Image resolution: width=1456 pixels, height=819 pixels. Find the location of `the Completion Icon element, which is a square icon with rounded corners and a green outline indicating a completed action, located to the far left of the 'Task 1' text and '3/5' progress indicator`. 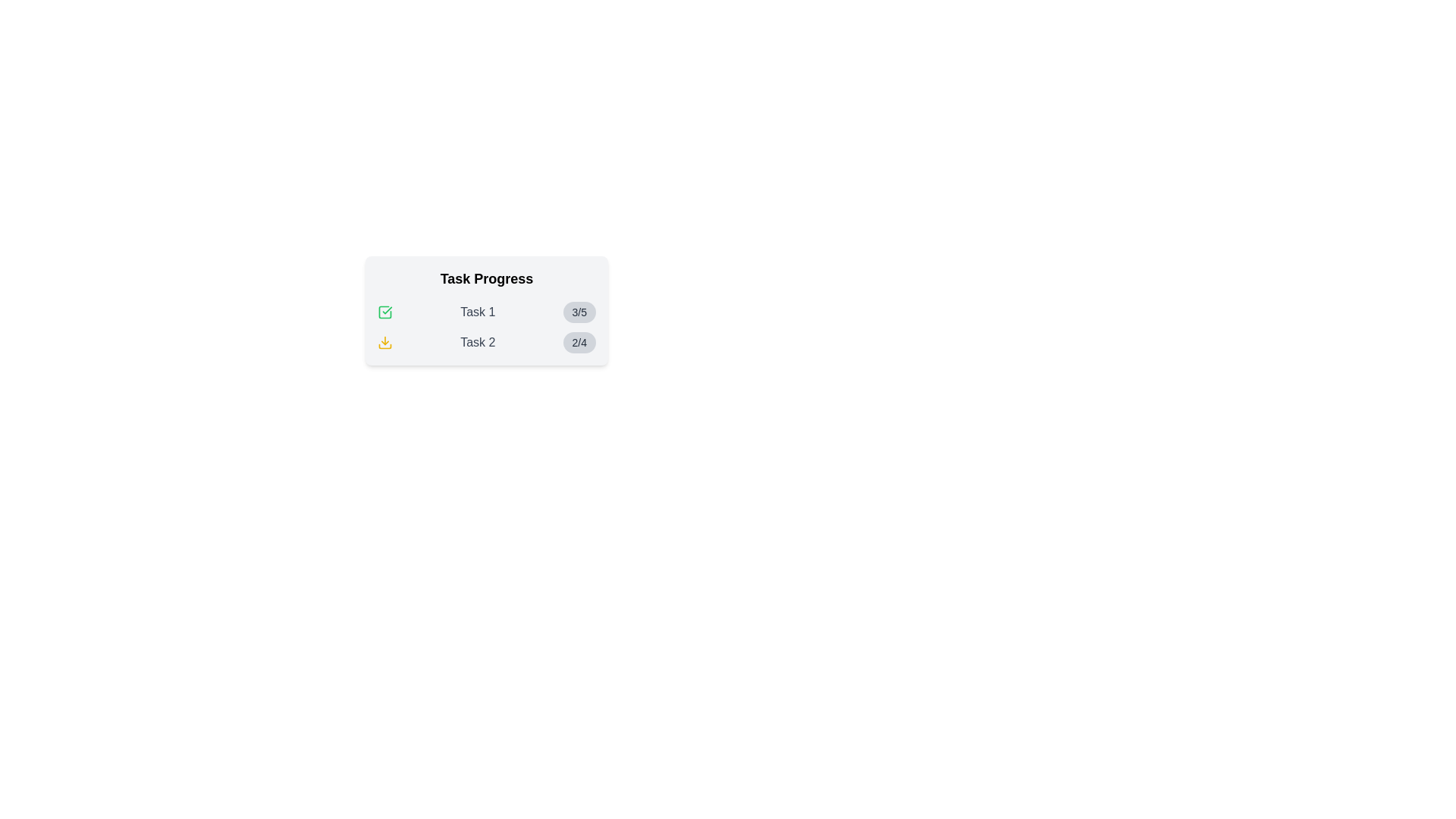

the Completion Icon element, which is a square icon with rounded corners and a green outline indicating a completed action, located to the far left of the 'Task 1' text and '3/5' progress indicator is located at coordinates (385, 312).